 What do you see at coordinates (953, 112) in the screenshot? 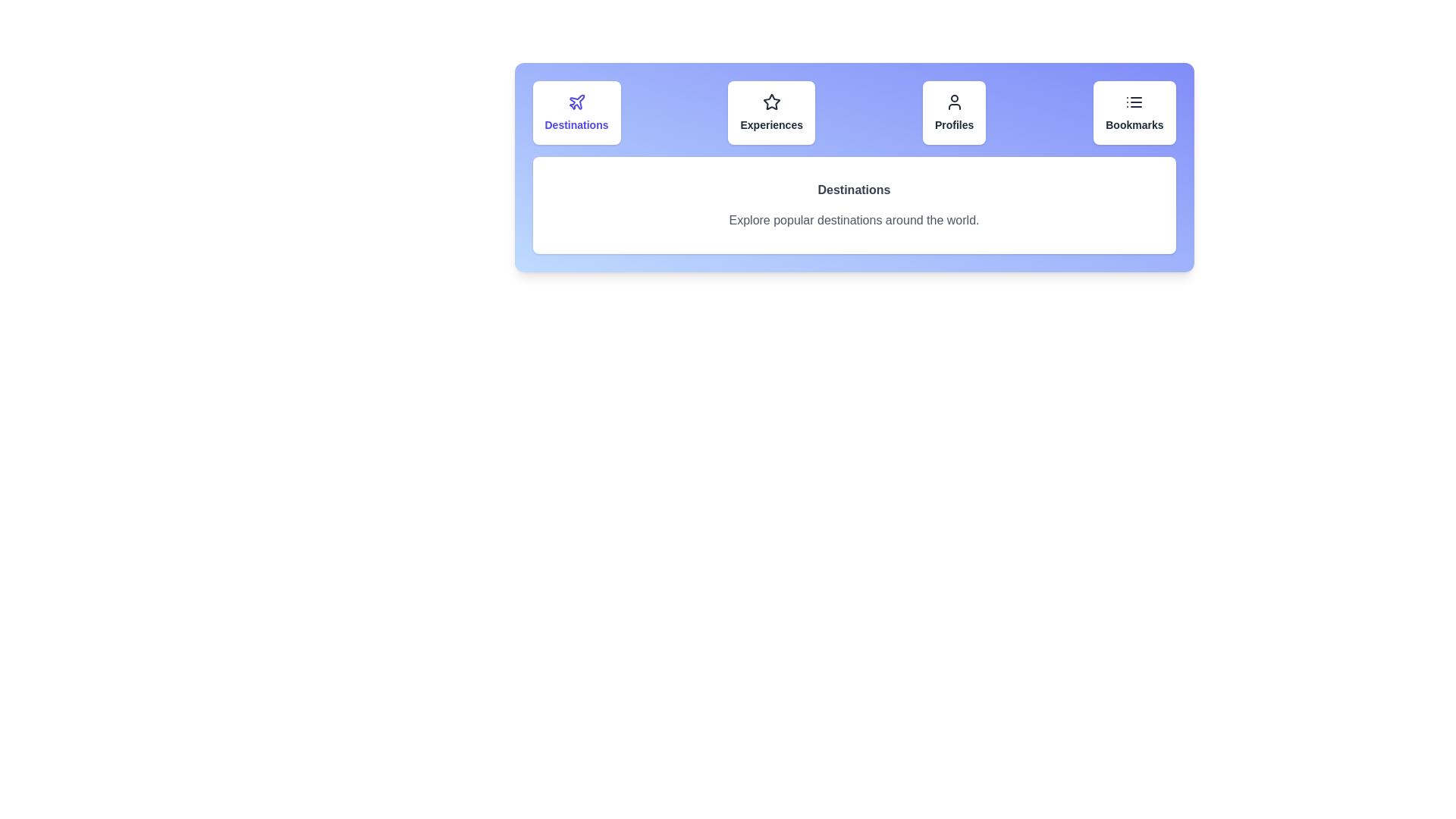
I see `the Profiles tab to view its content` at bounding box center [953, 112].